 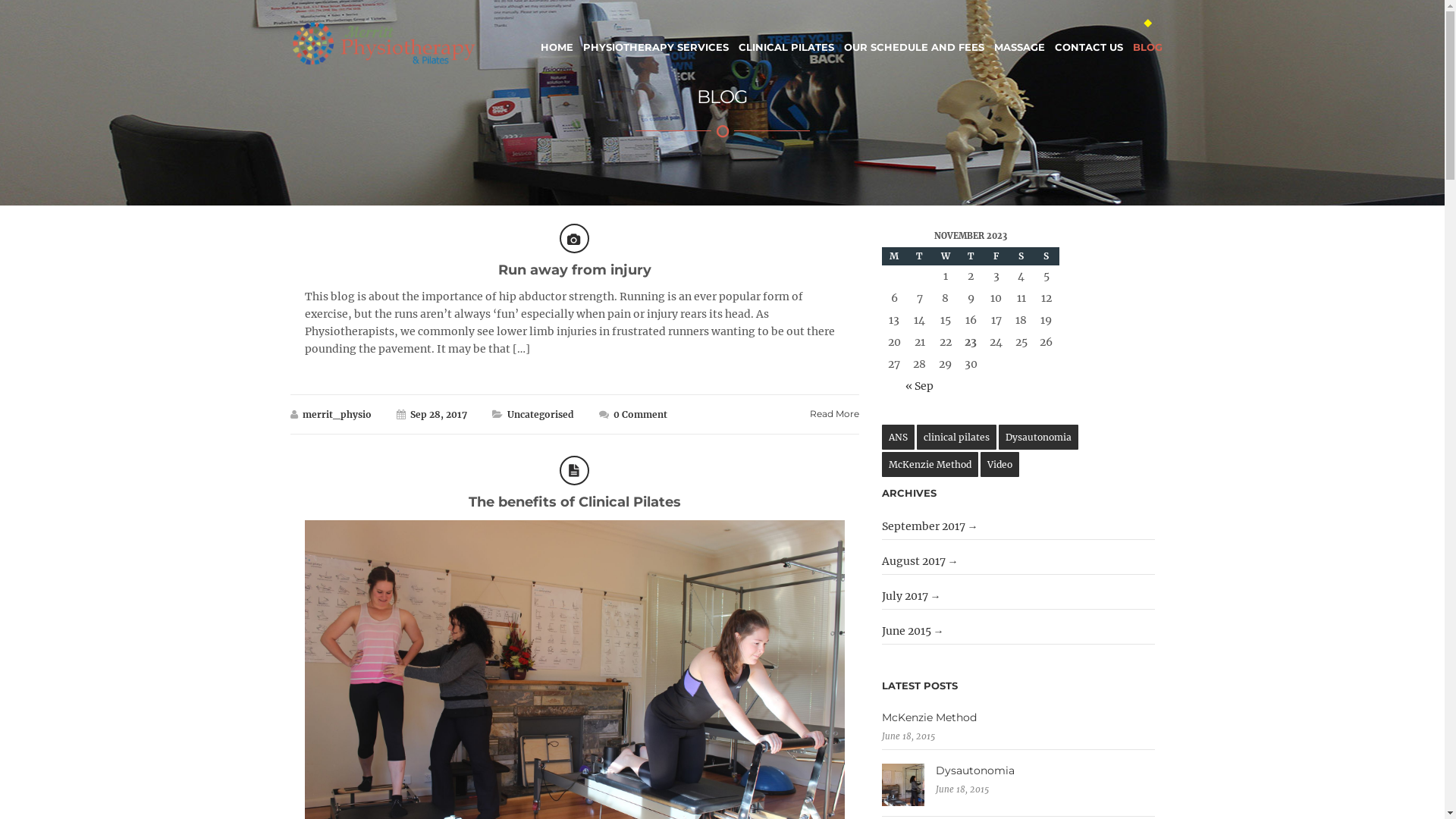 I want to click on 'PHYSIOTHERAPY SERVICES', so click(x=655, y=37).